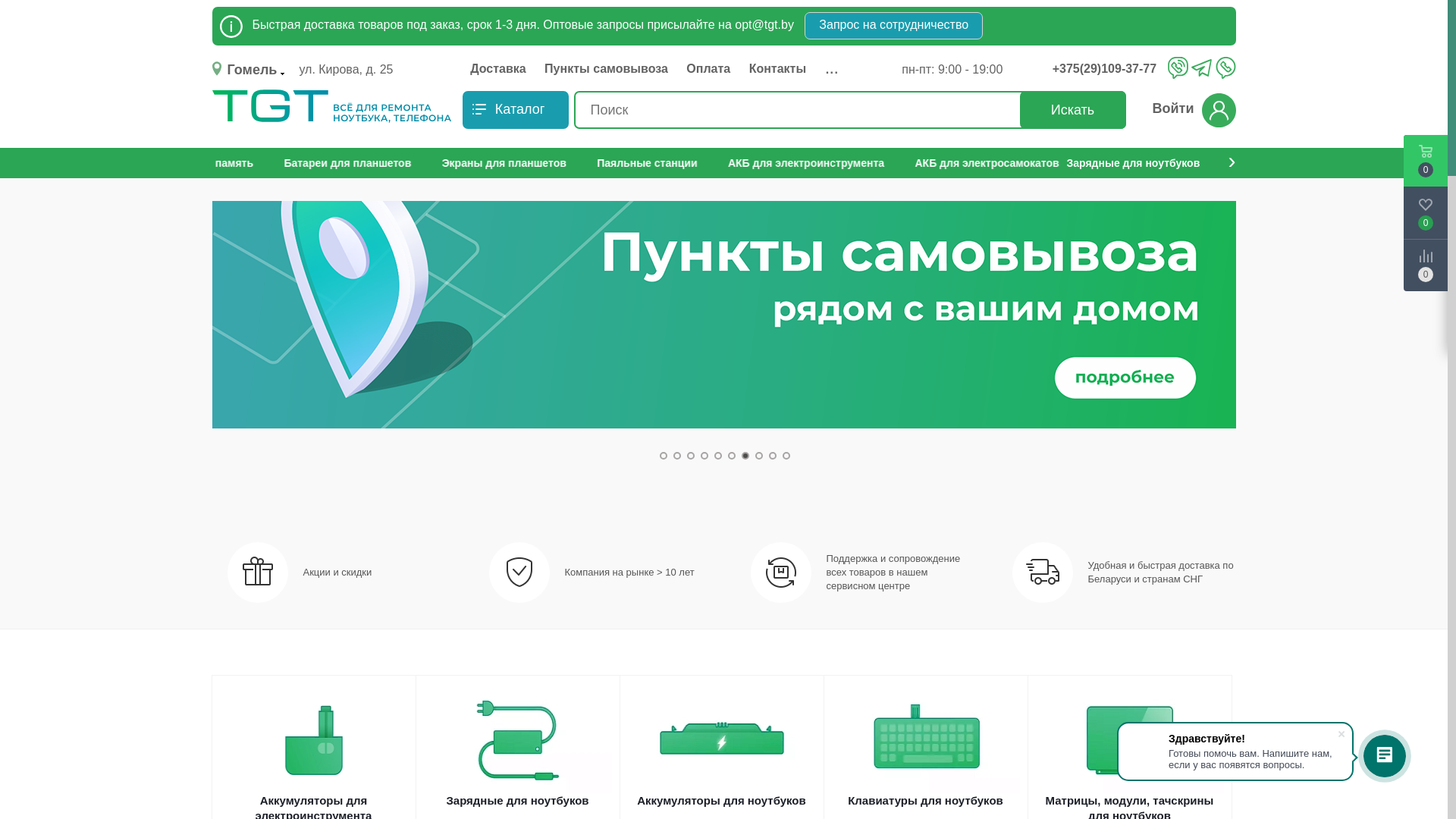 The width and height of the screenshot is (1456, 819). I want to click on '+375(29)109-37-77', so click(1108, 69).